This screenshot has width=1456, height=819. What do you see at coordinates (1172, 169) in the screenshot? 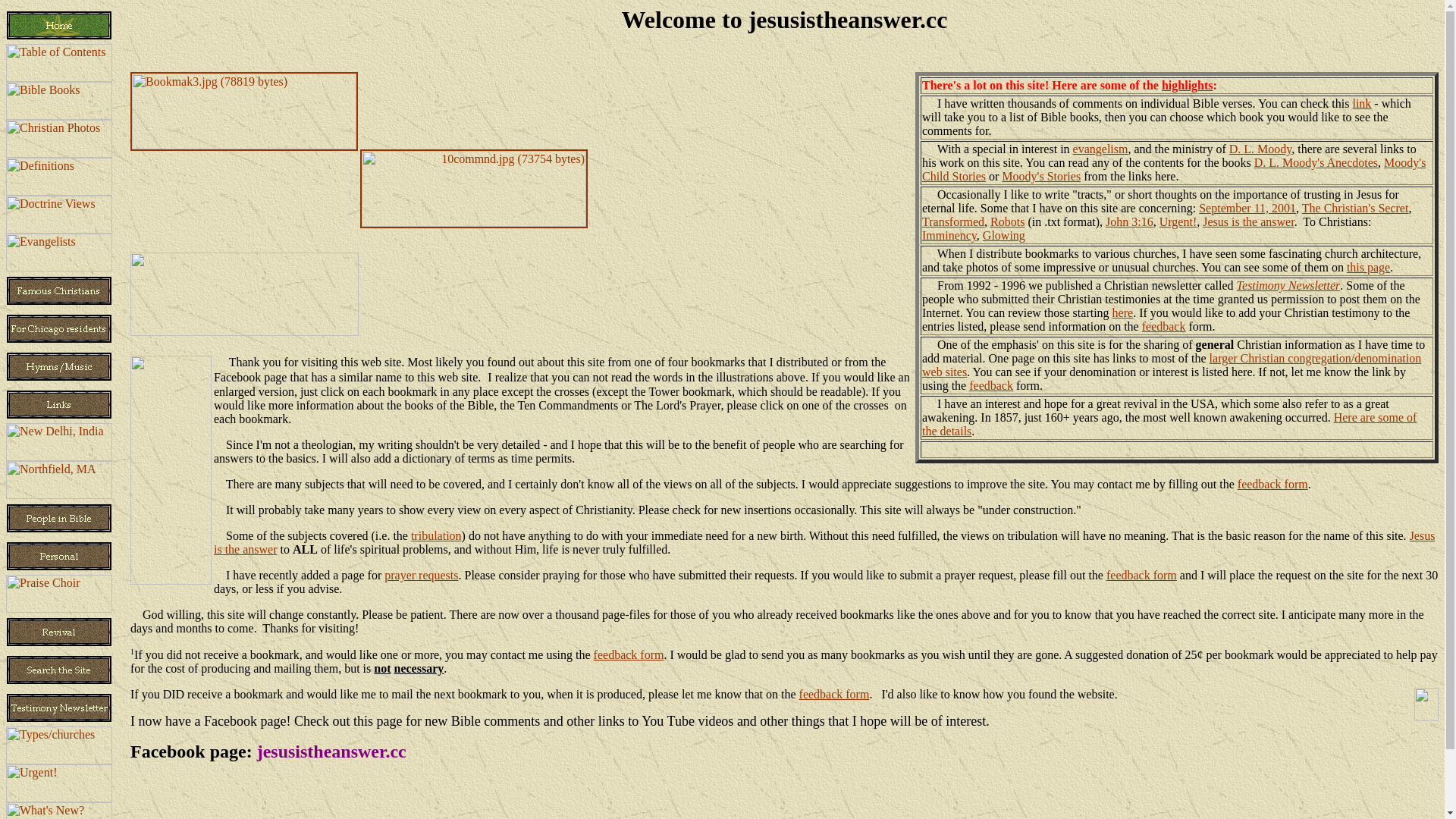
I see `'Moody's Child Stories'` at bounding box center [1172, 169].